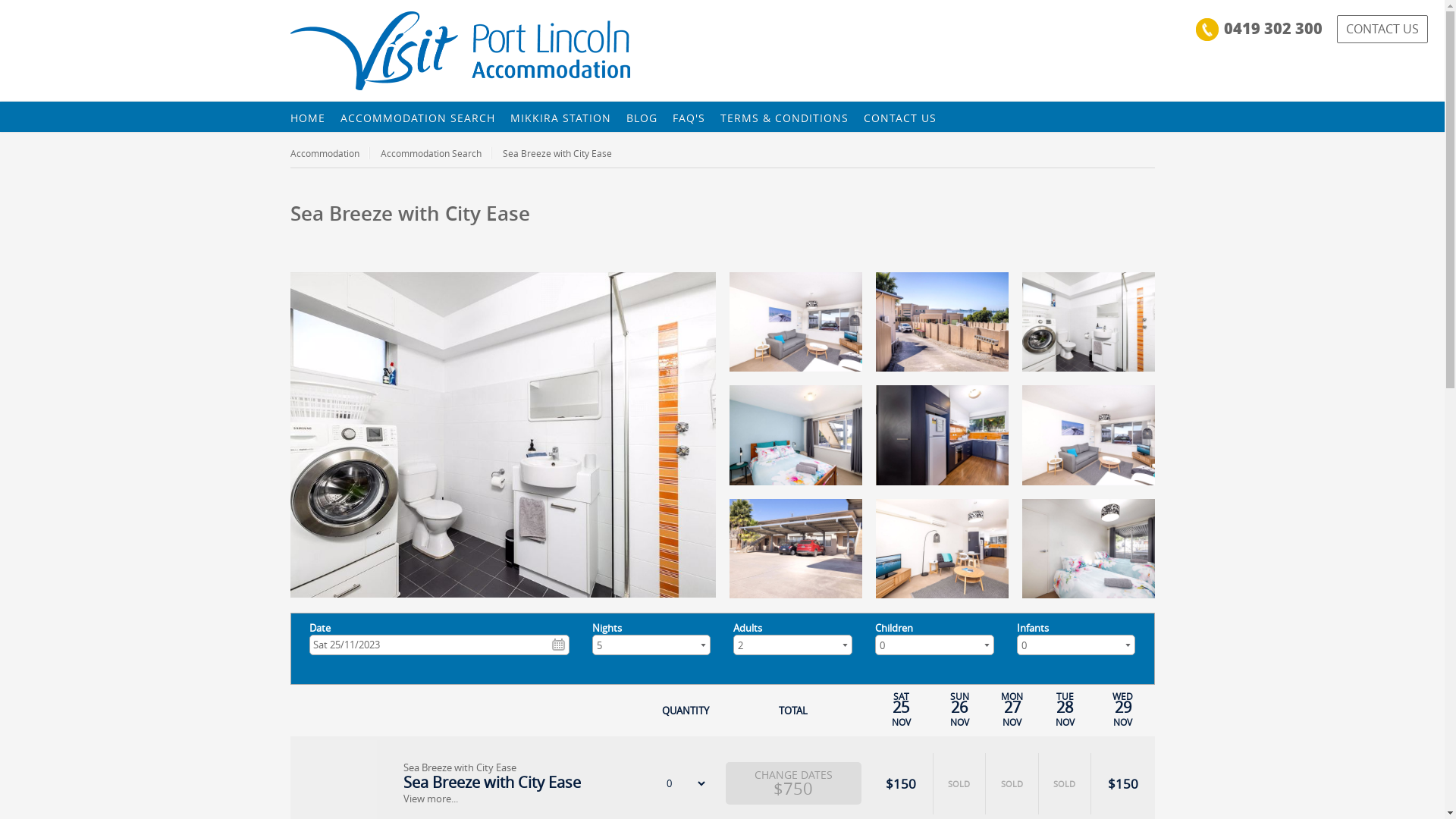 The image size is (1456, 819). I want to click on '27', so click(1012, 708).